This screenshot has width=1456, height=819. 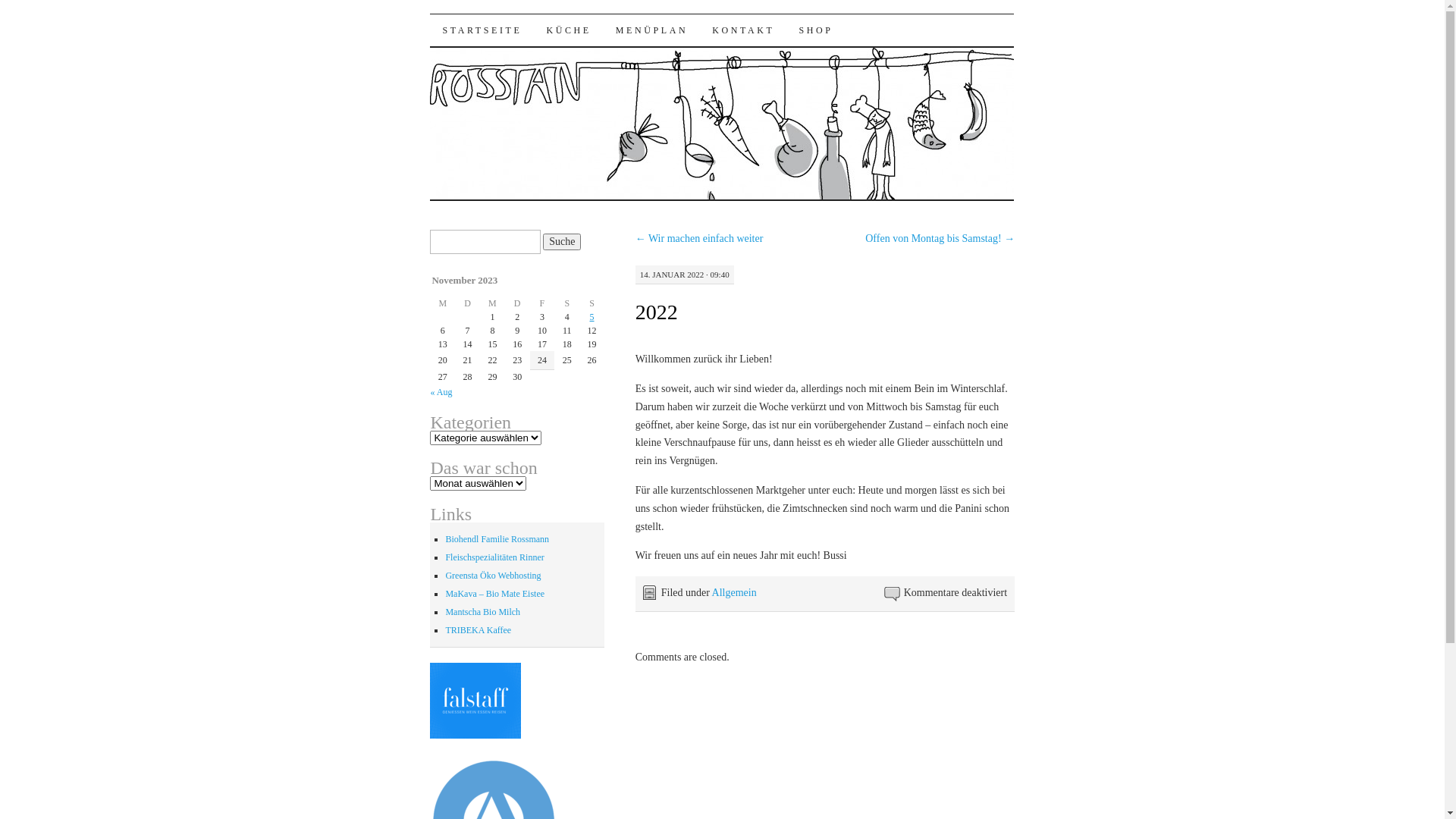 What do you see at coordinates (511, 30) in the screenshot?
I see `'SKIP TO CONTENT'` at bounding box center [511, 30].